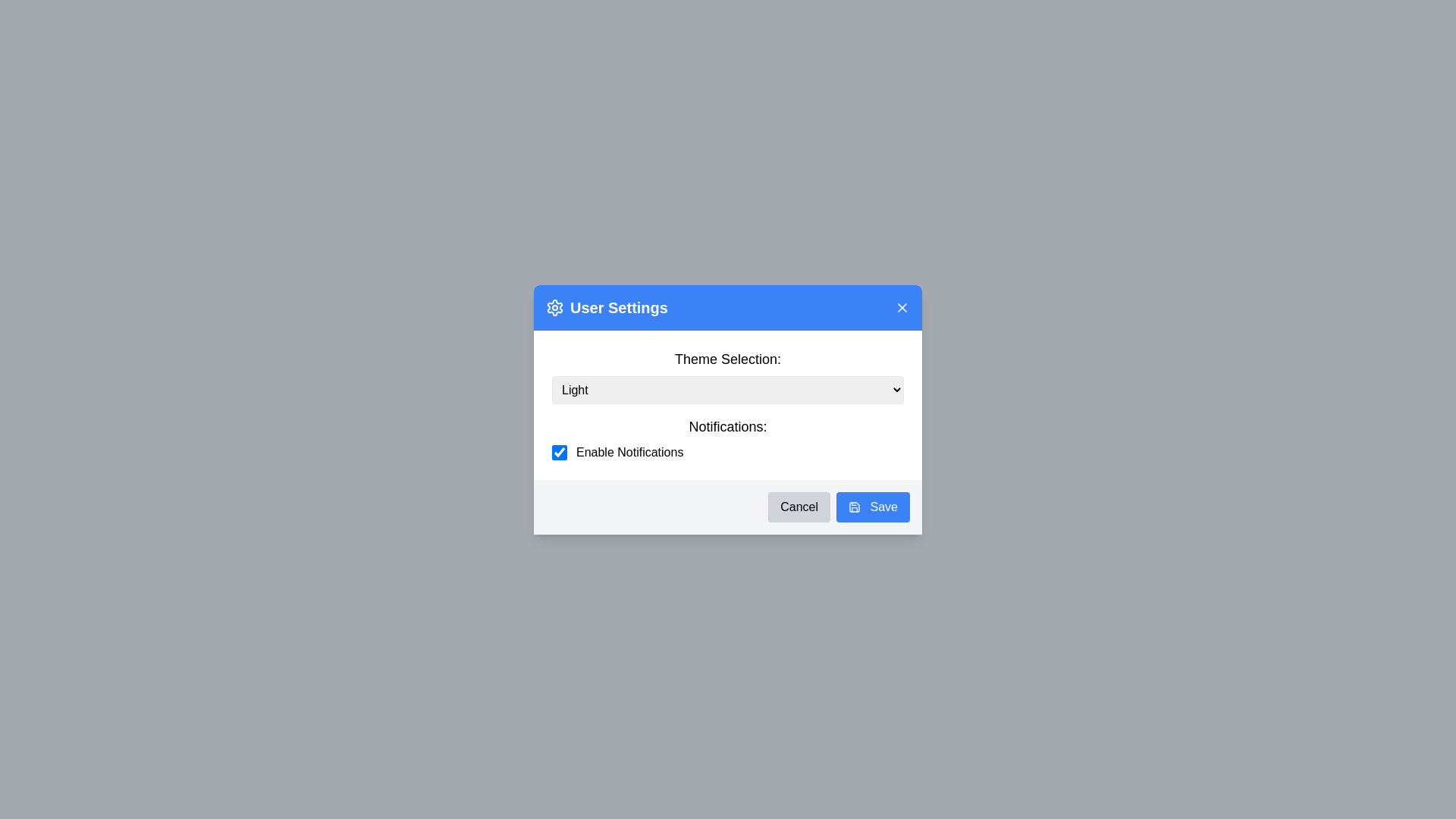  I want to click on the floppy disk icon located inside the 'Save' button, which has a blue background and white text, positioned at the bottom-right of the modal dialog, so click(855, 507).